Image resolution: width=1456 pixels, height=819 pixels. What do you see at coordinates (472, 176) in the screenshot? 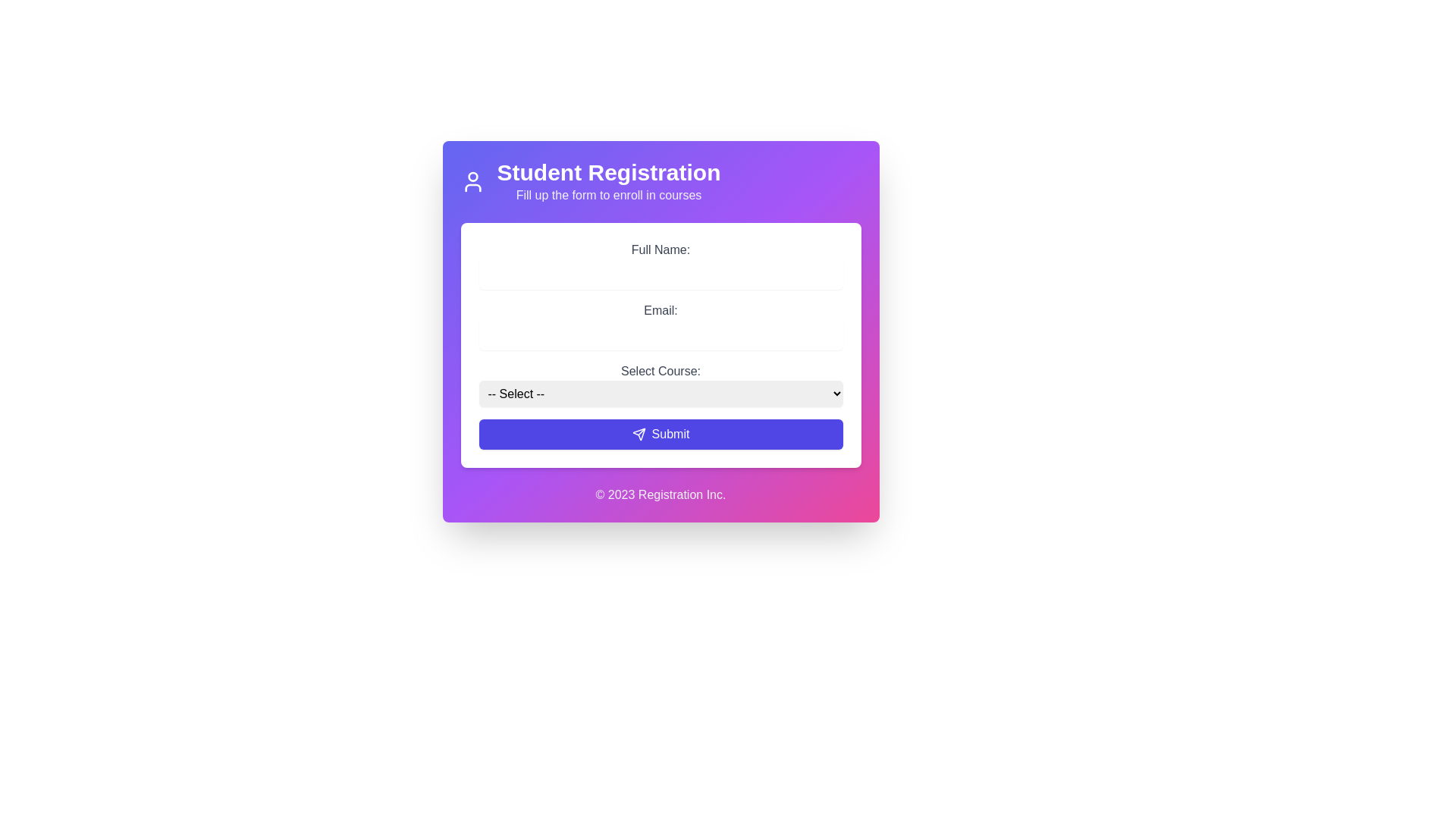
I see `the decorative graphical element that is part of the user icon located at the top-left corner of the form header` at bounding box center [472, 176].